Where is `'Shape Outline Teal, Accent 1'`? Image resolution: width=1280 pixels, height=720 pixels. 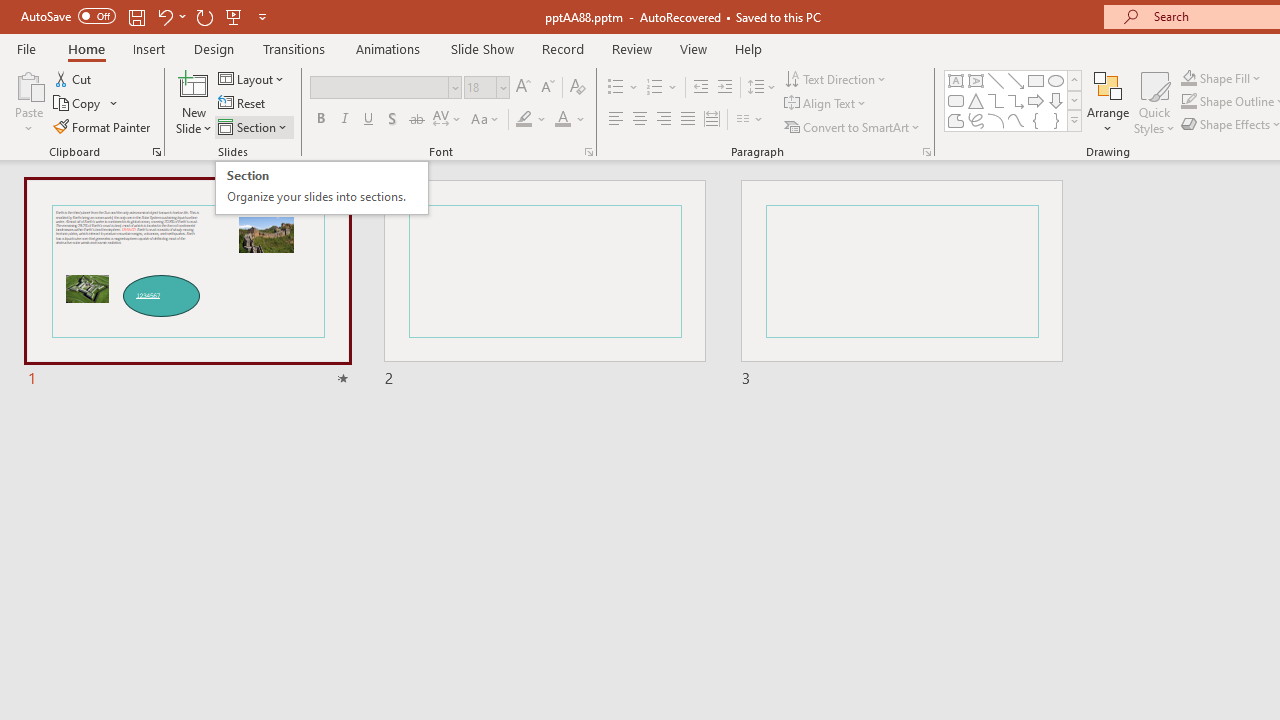 'Shape Outline Teal, Accent 1' is located at coordinates (1189, 101).